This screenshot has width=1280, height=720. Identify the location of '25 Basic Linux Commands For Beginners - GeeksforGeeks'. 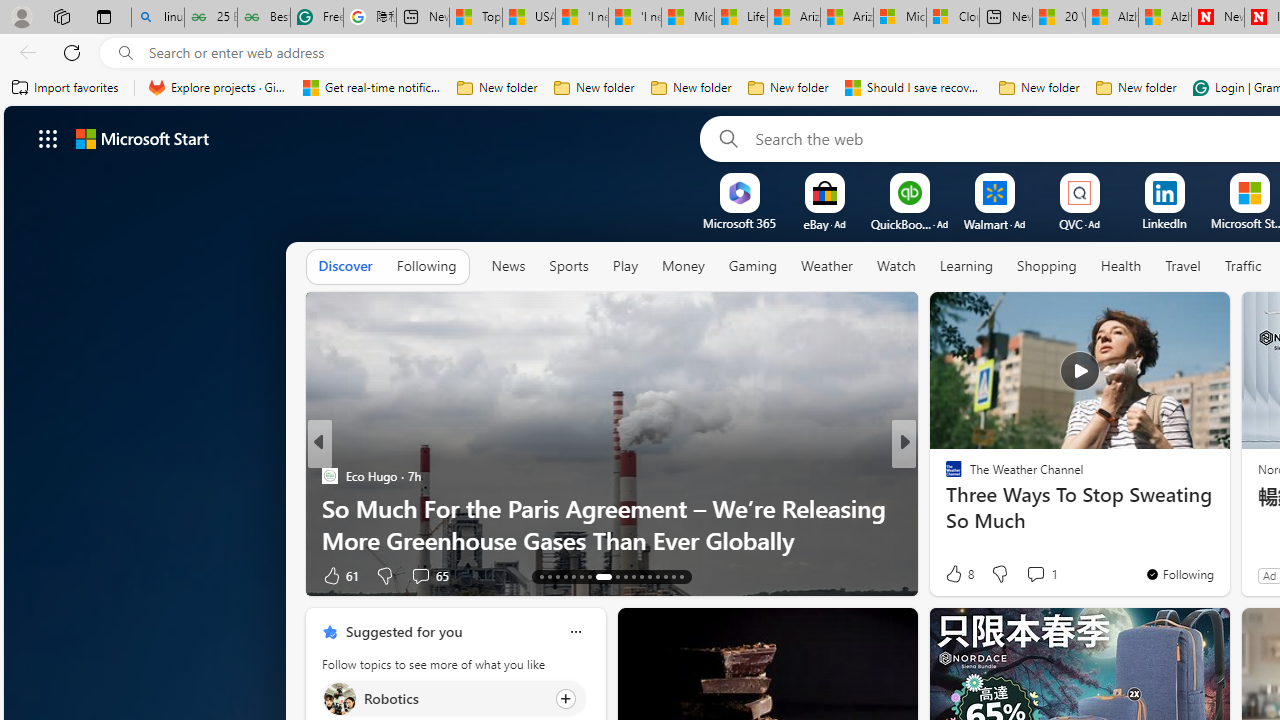
(211, 17).